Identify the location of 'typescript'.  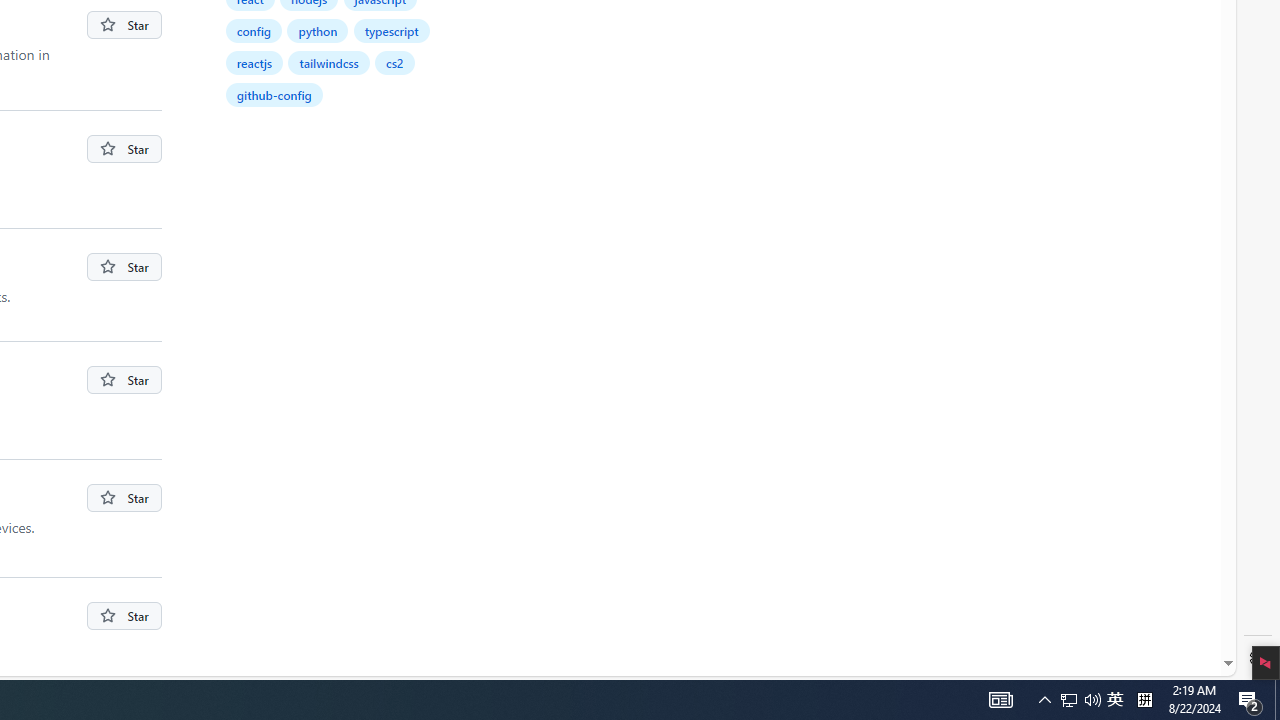
(391, 30).